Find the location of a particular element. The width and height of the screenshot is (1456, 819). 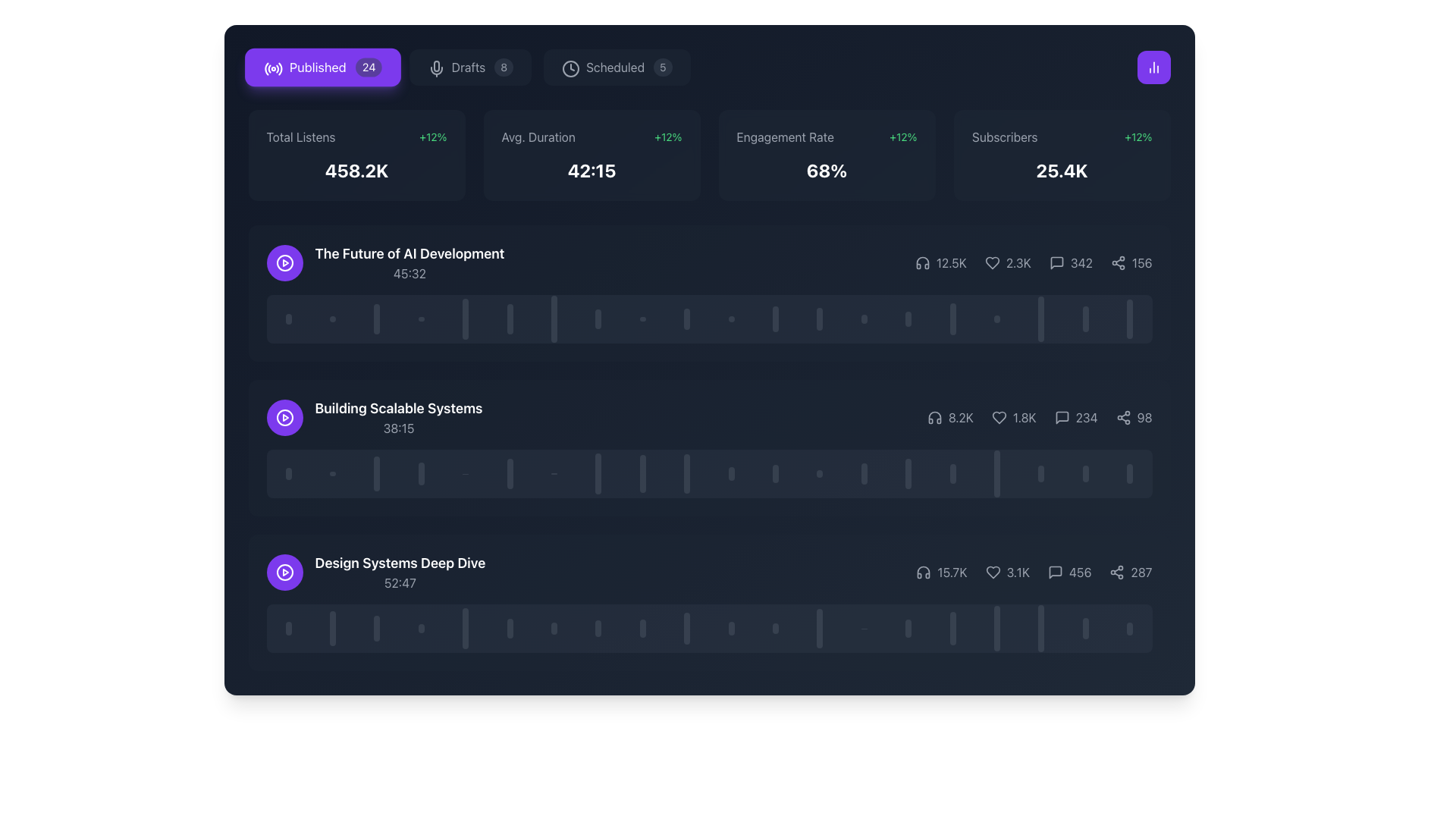

the sixth decorative or data visualization bar under the 'The Future of AI Development' section, which serves as a visual marker or indicator is located at coordinates (510, 318).